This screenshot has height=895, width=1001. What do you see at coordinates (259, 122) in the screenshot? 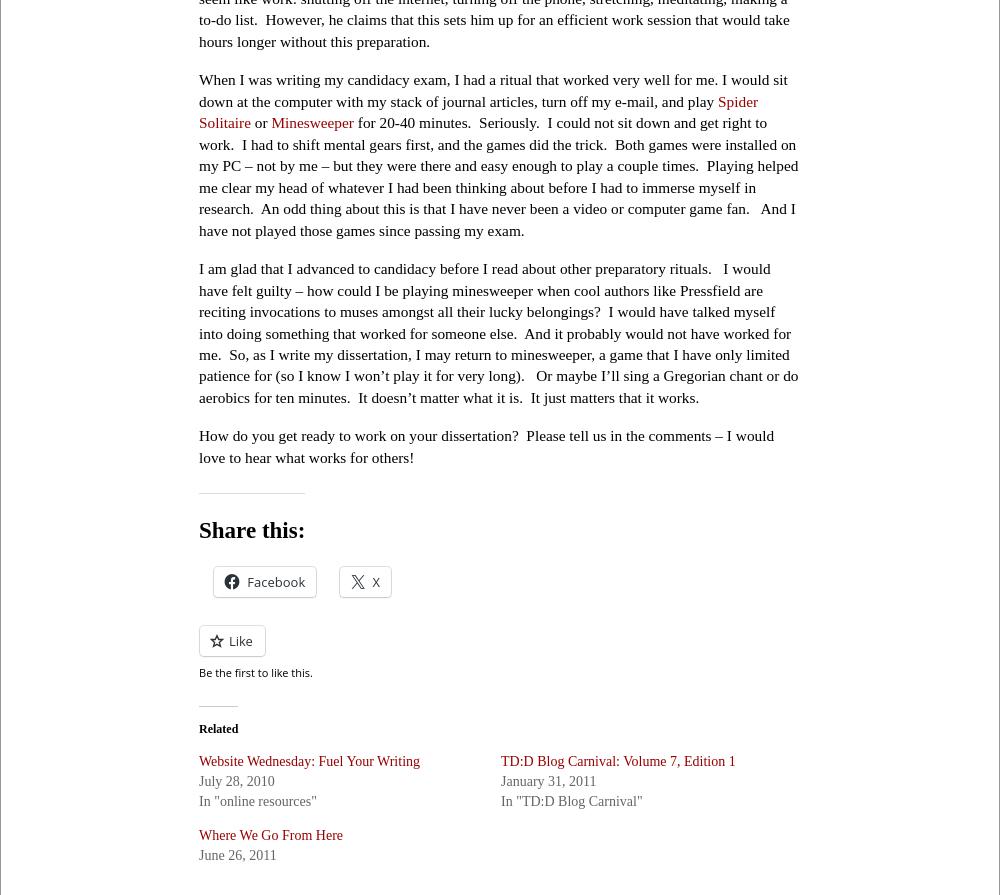
I see `'or'` at bounding box center [259, 122].